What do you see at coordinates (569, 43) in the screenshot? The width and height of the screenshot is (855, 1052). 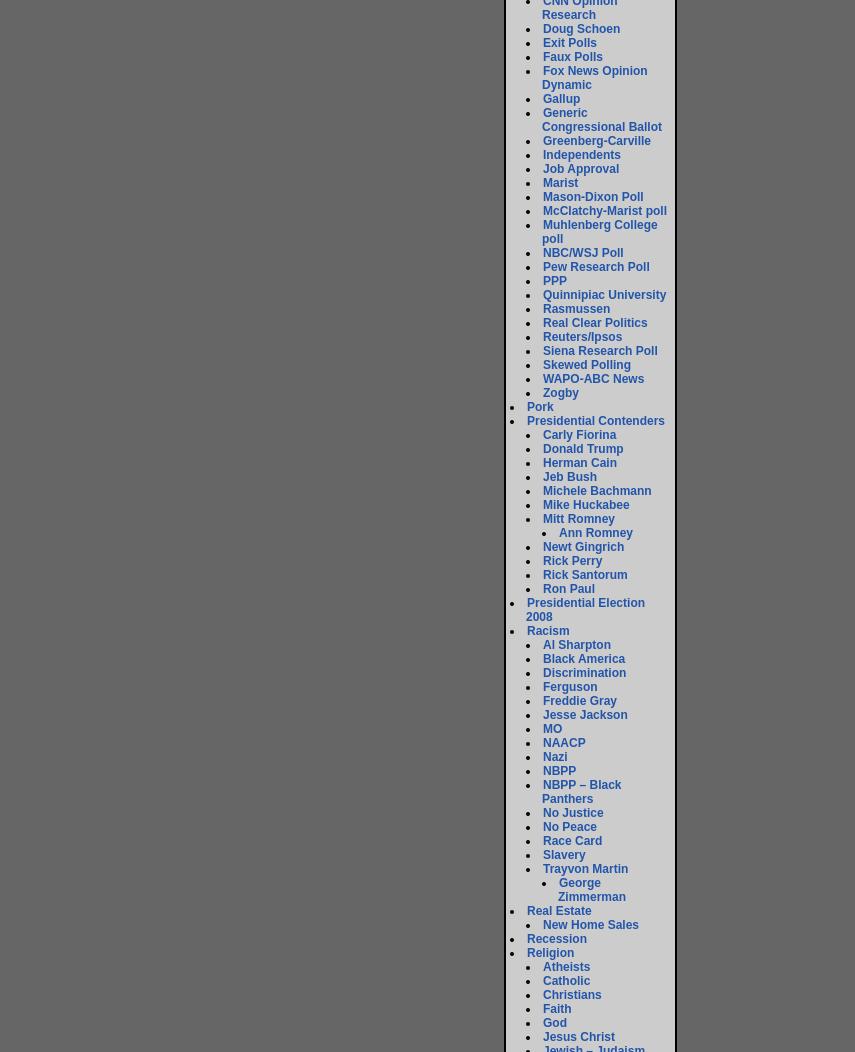 I see `'Exit Polls'` at bounding box center [569, 43].